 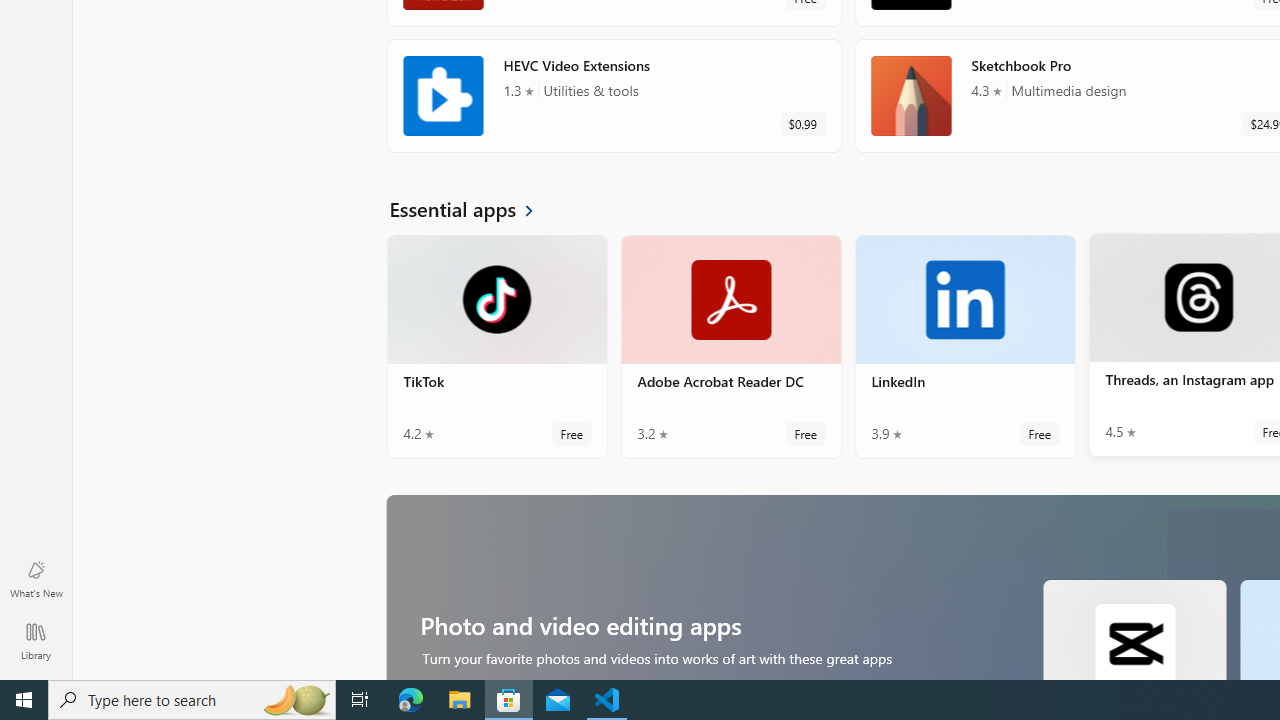 I want to click on 'Library', so click(x=35, y=640).